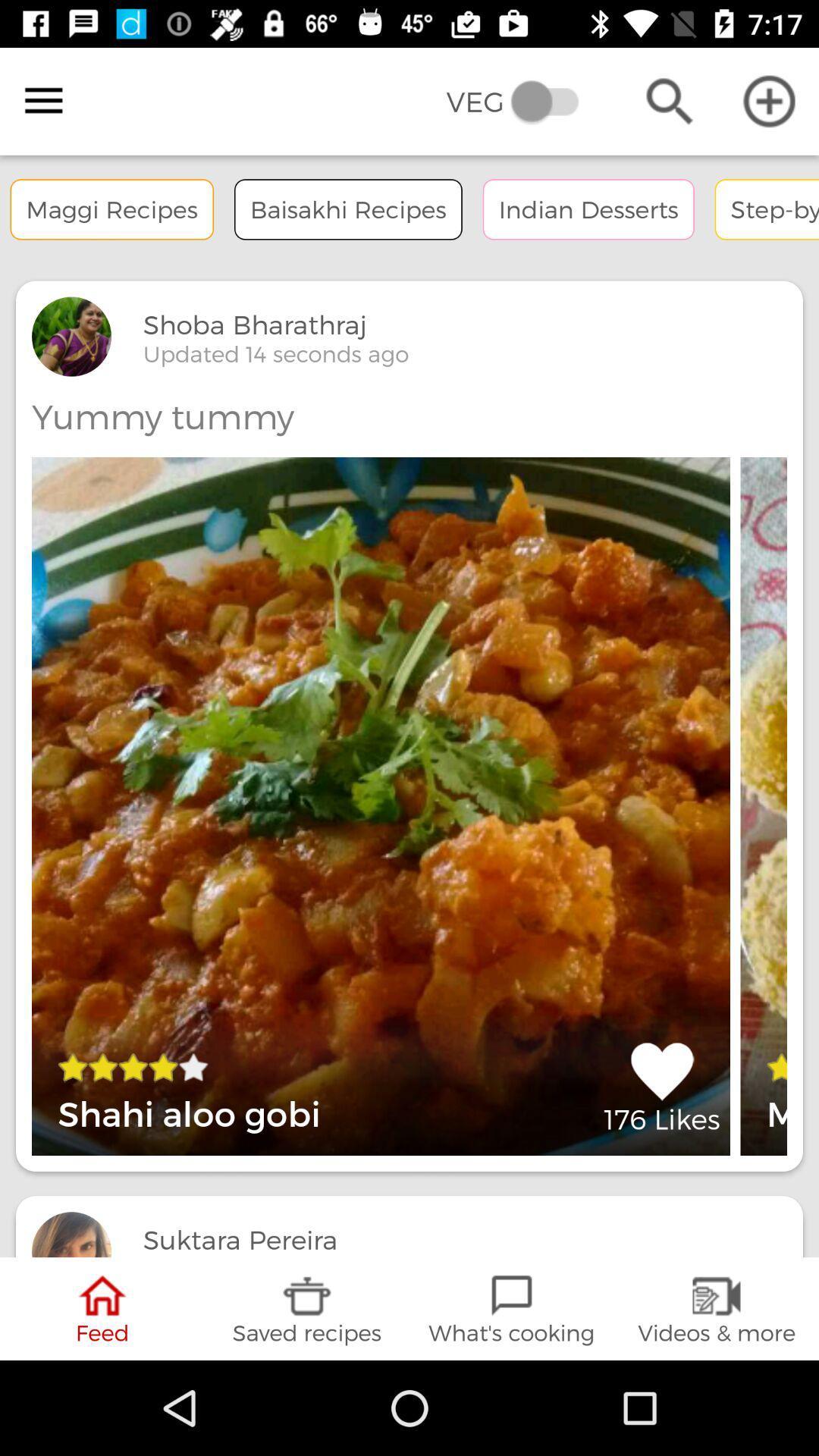 This screenshot has width=819, height=1456. Describe the element at coordinates (717, 1308) in the screenshot. I see `the icon next to what's cooking` at that location.